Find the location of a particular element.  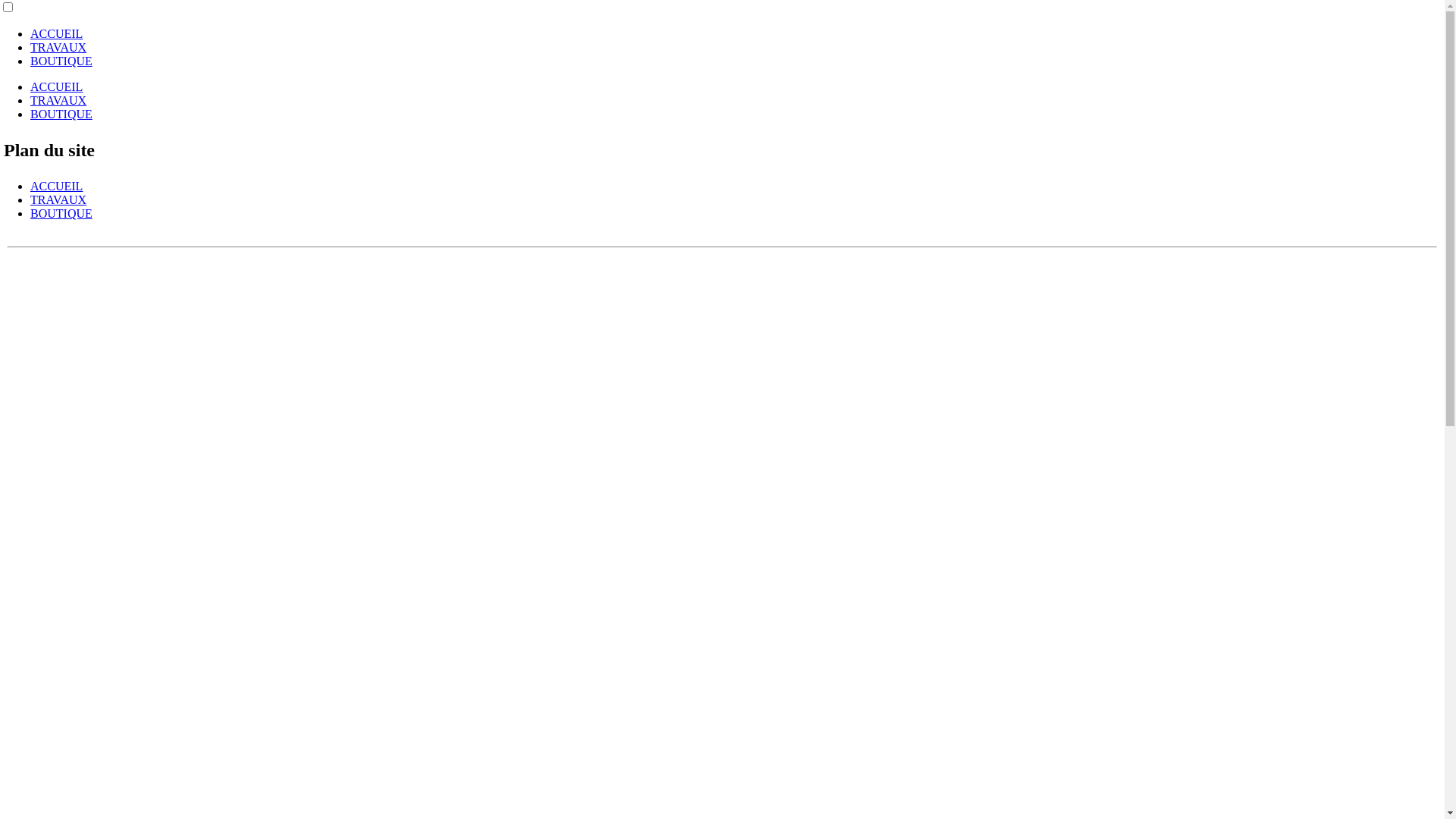

'TRAVAUX' is located at coordinates (30, 100).